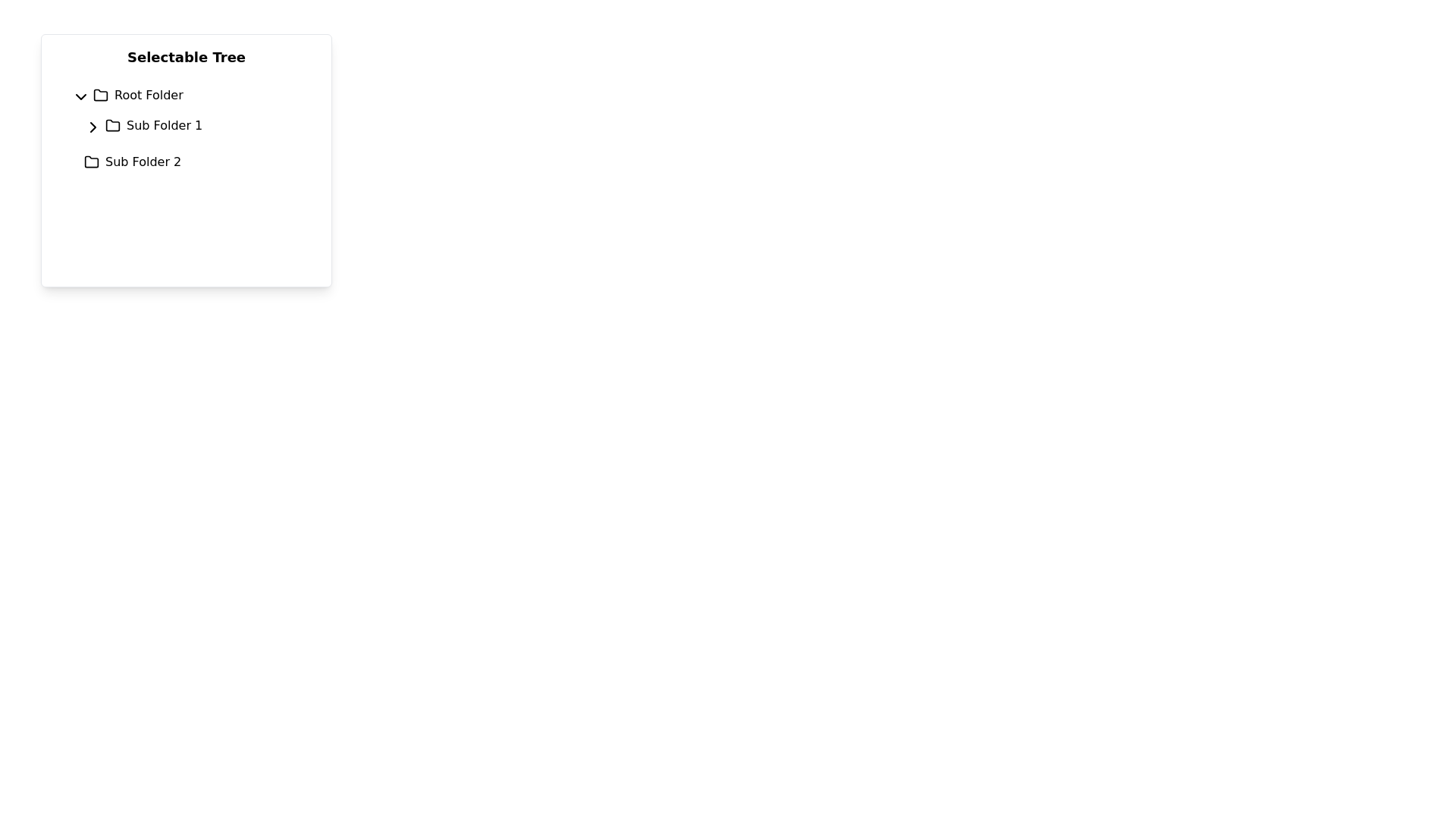 The height and width of the screenshot is (819, 1456). Describe the element at coordinates (93, 127) in the screenshot. I see `the icon or SVG graphic to the right of the label 'Sub Folder 1'` at that location.